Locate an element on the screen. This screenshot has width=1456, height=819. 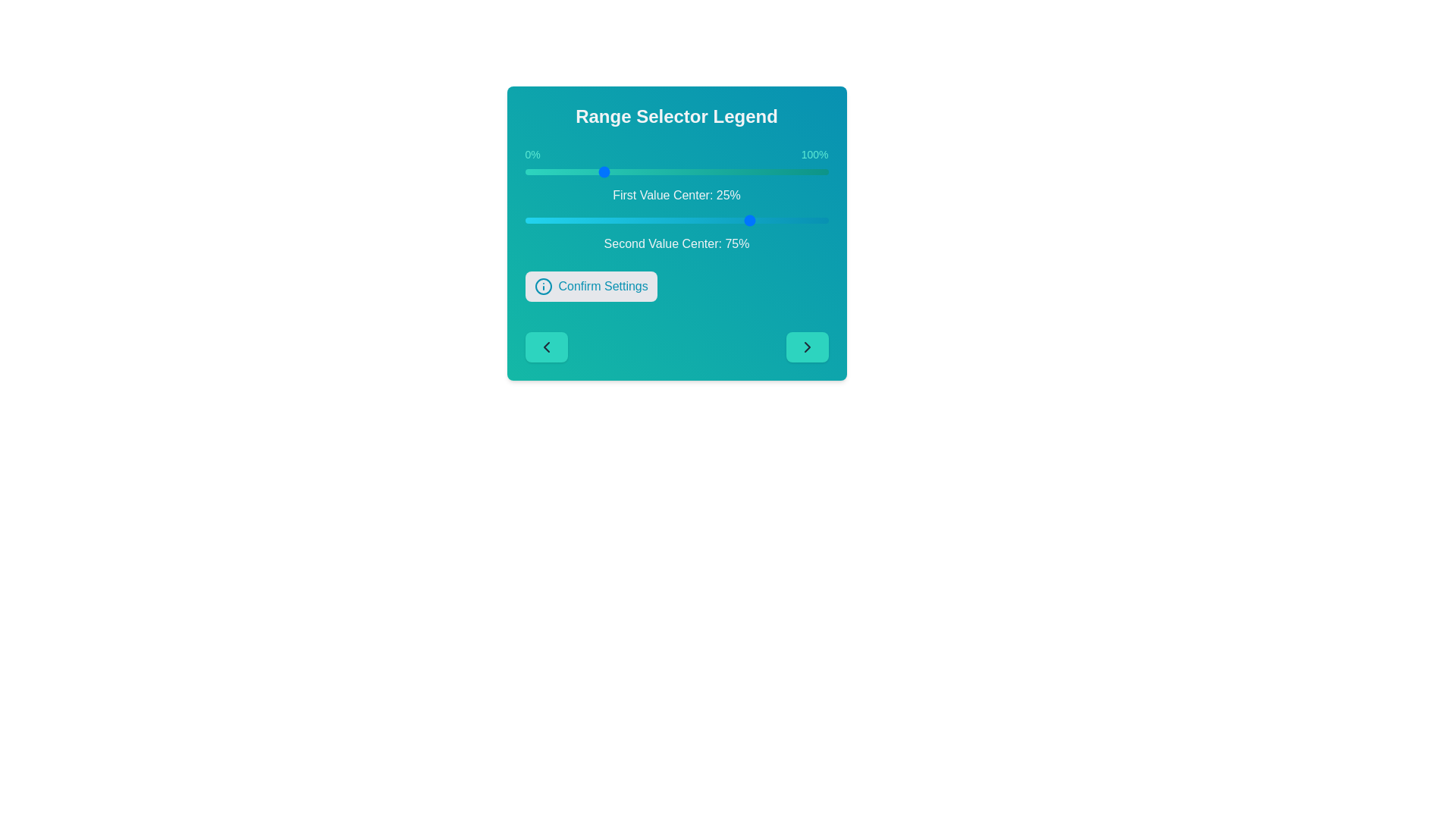
the back navigation icon located in the bottom-left corner of the interface is located at coordinates (546, 347).